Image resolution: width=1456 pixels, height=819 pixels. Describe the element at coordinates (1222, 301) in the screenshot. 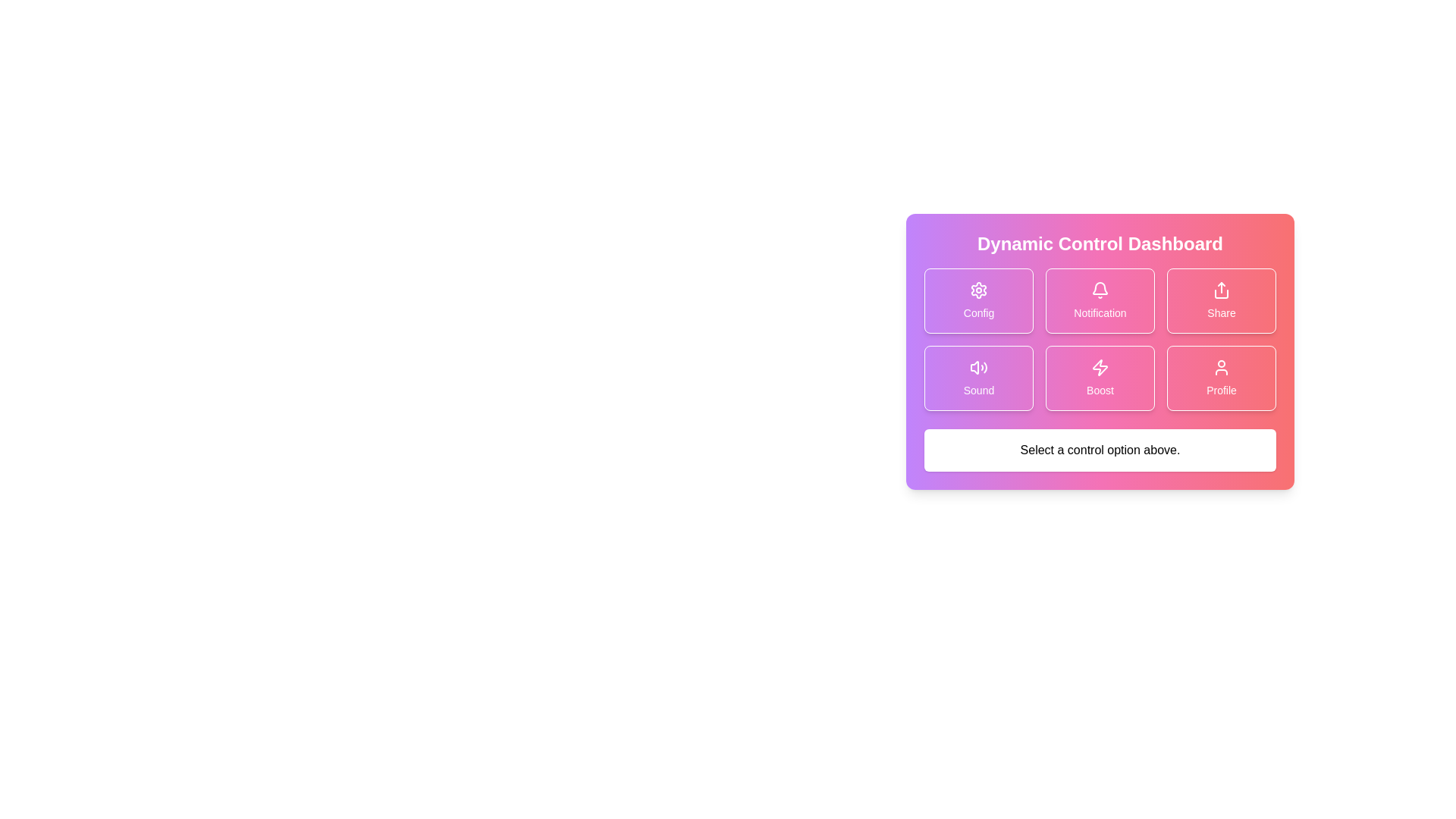

I see `the 'Share' button, which is a rectangular button with a gradient background and an upward-pointing arrow icon, located in the top-right corner of the grid in the 'Dynamic Control Dashboard'` at that location.